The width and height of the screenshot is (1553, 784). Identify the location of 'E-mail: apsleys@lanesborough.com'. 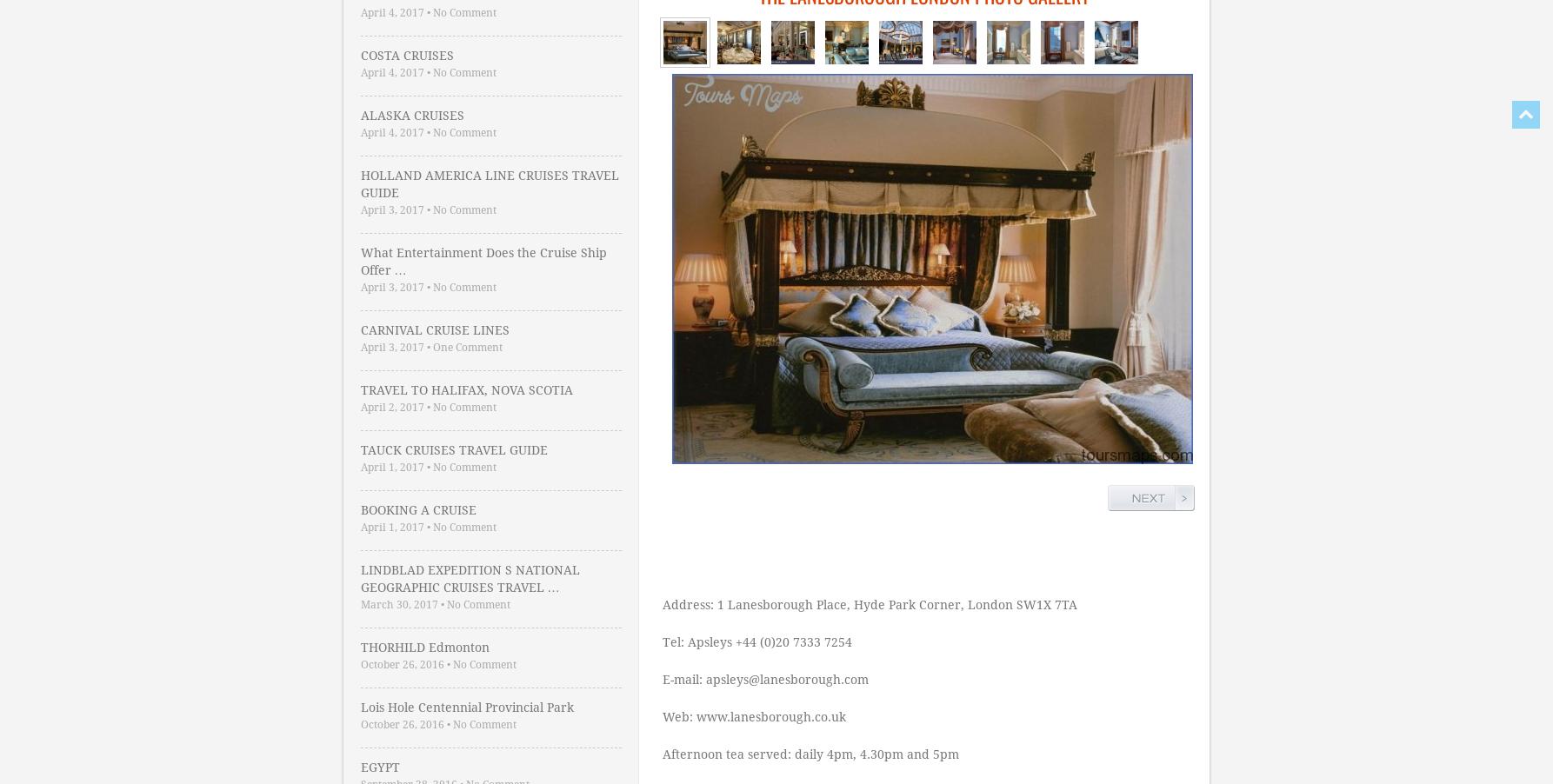
(764, 679).